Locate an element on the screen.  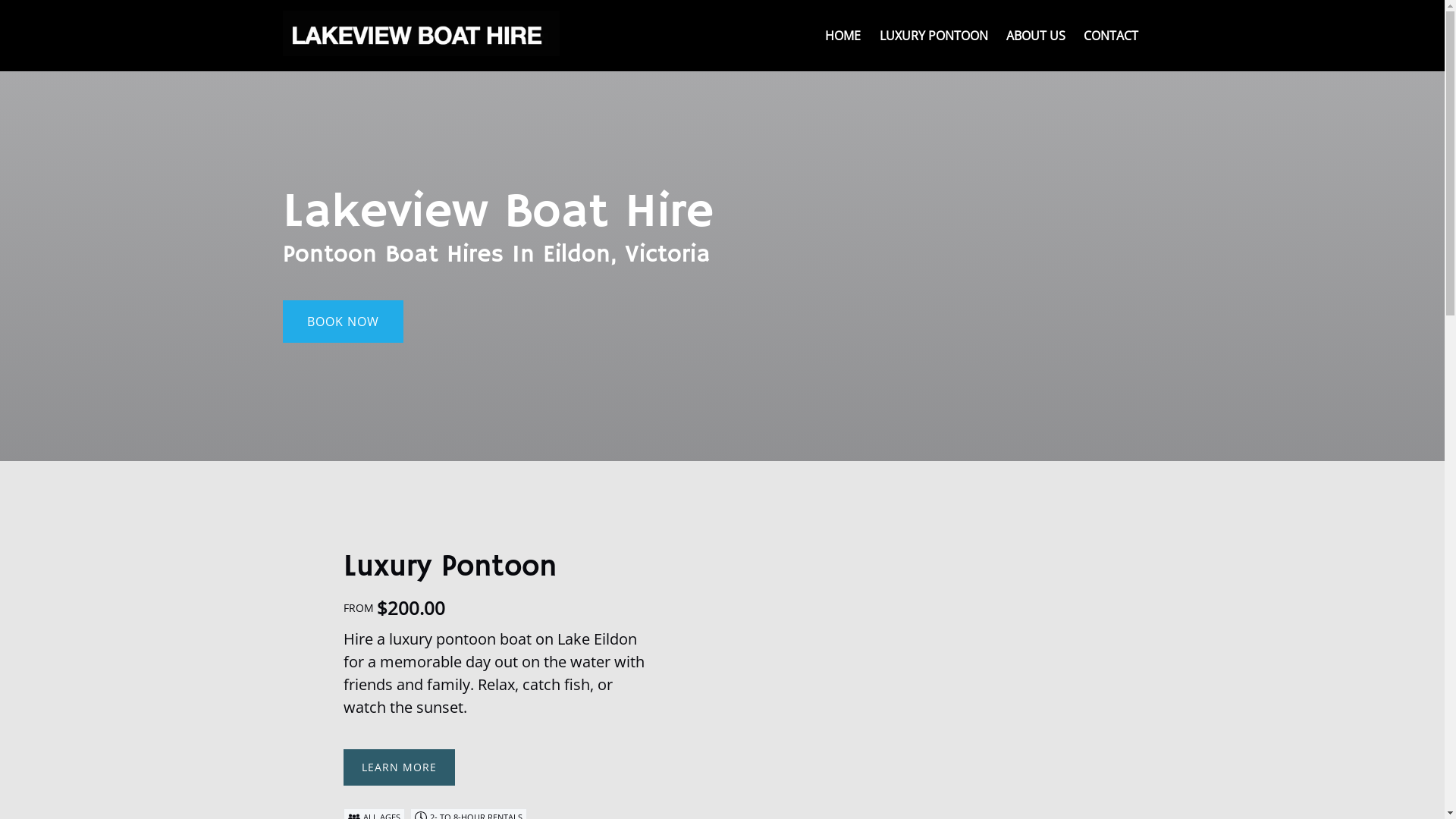
'LUXURY PONTOON' is located at coordinates (933, 34).